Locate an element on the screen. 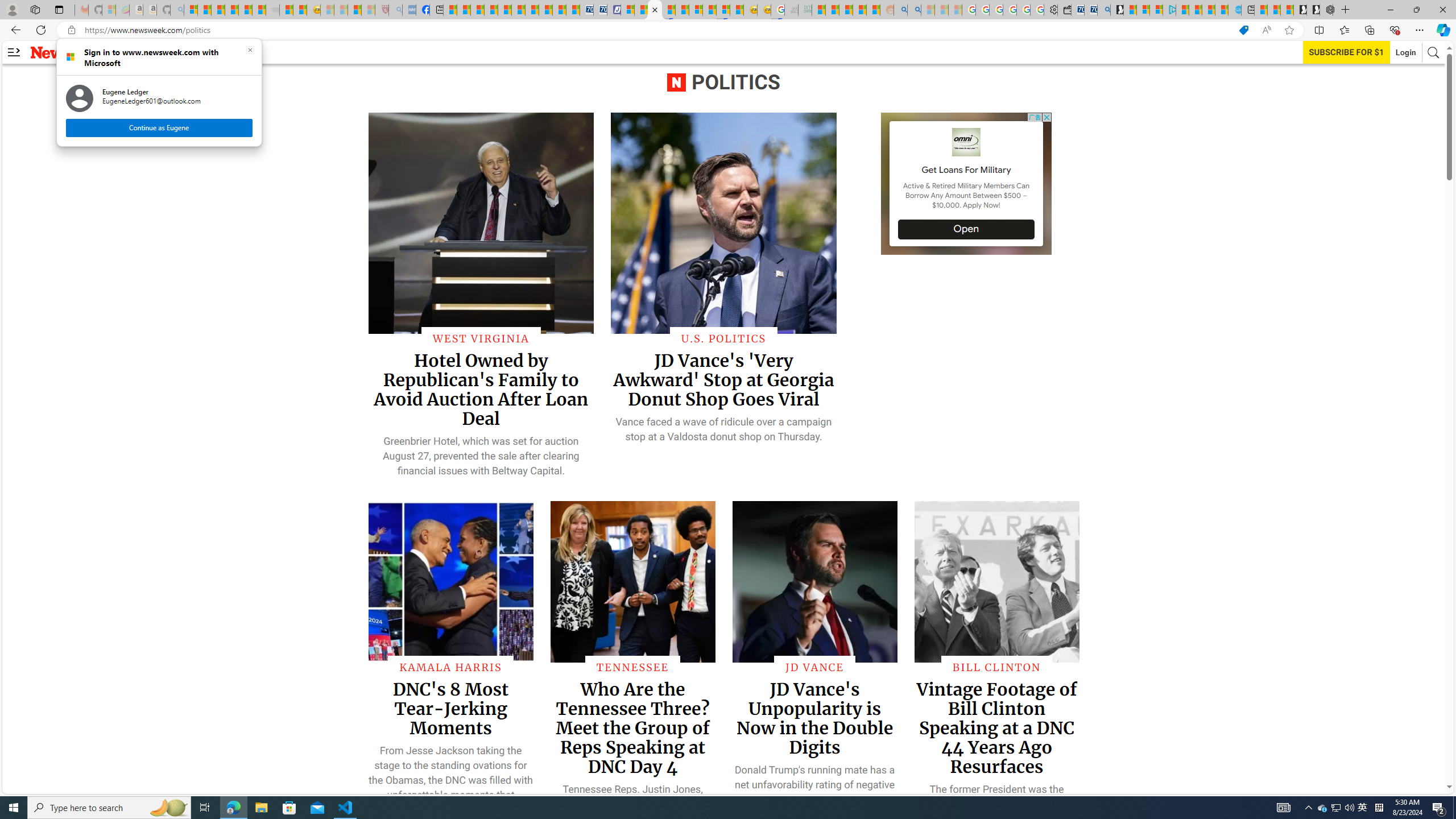 The width and height of the screenshot is (1456, 819). 'Bing Real Estate - Home sales and rental listings' is located at coordinates (1103, 9).